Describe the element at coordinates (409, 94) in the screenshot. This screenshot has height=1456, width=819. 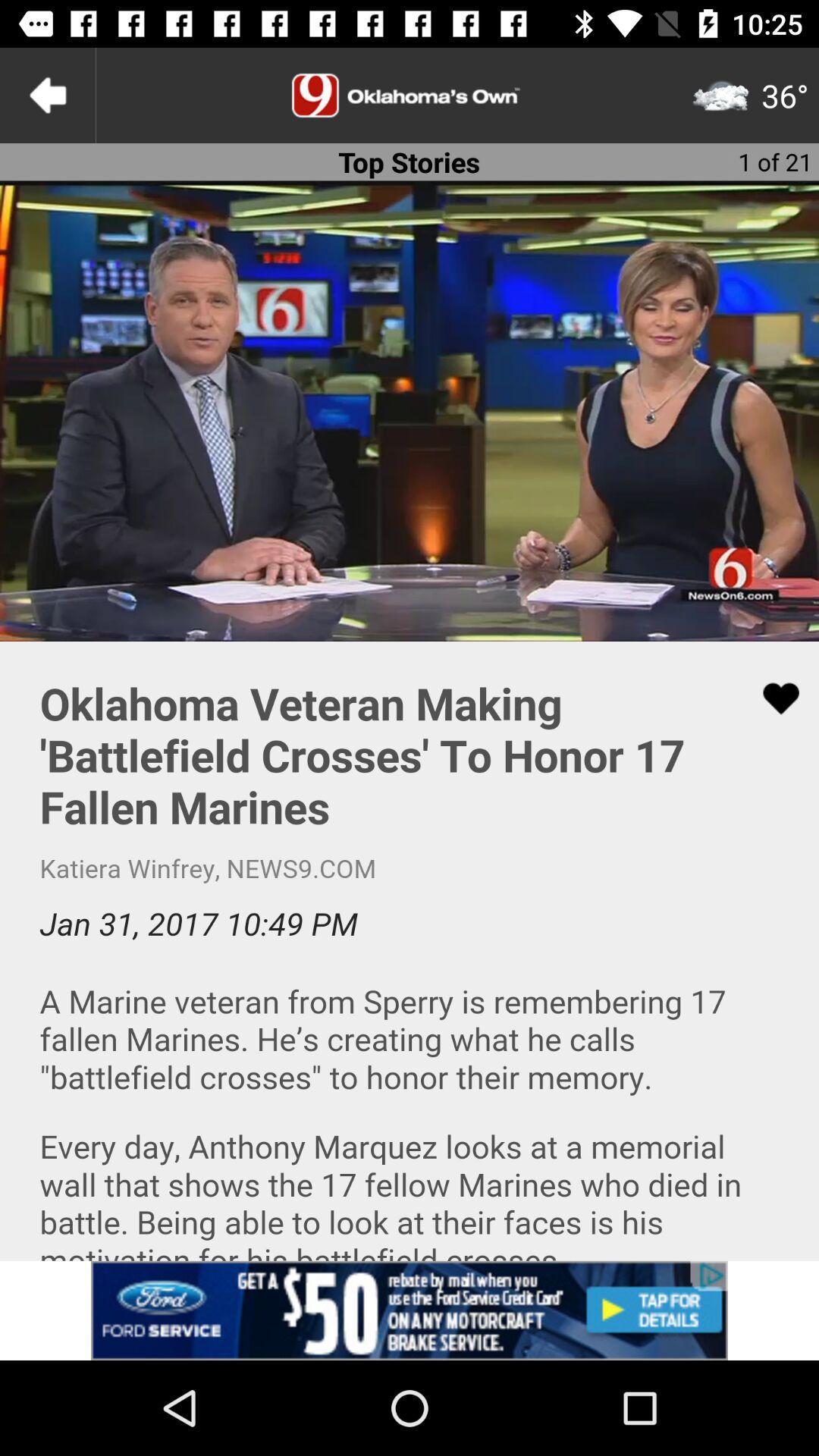
I see `advertisement` at that location.